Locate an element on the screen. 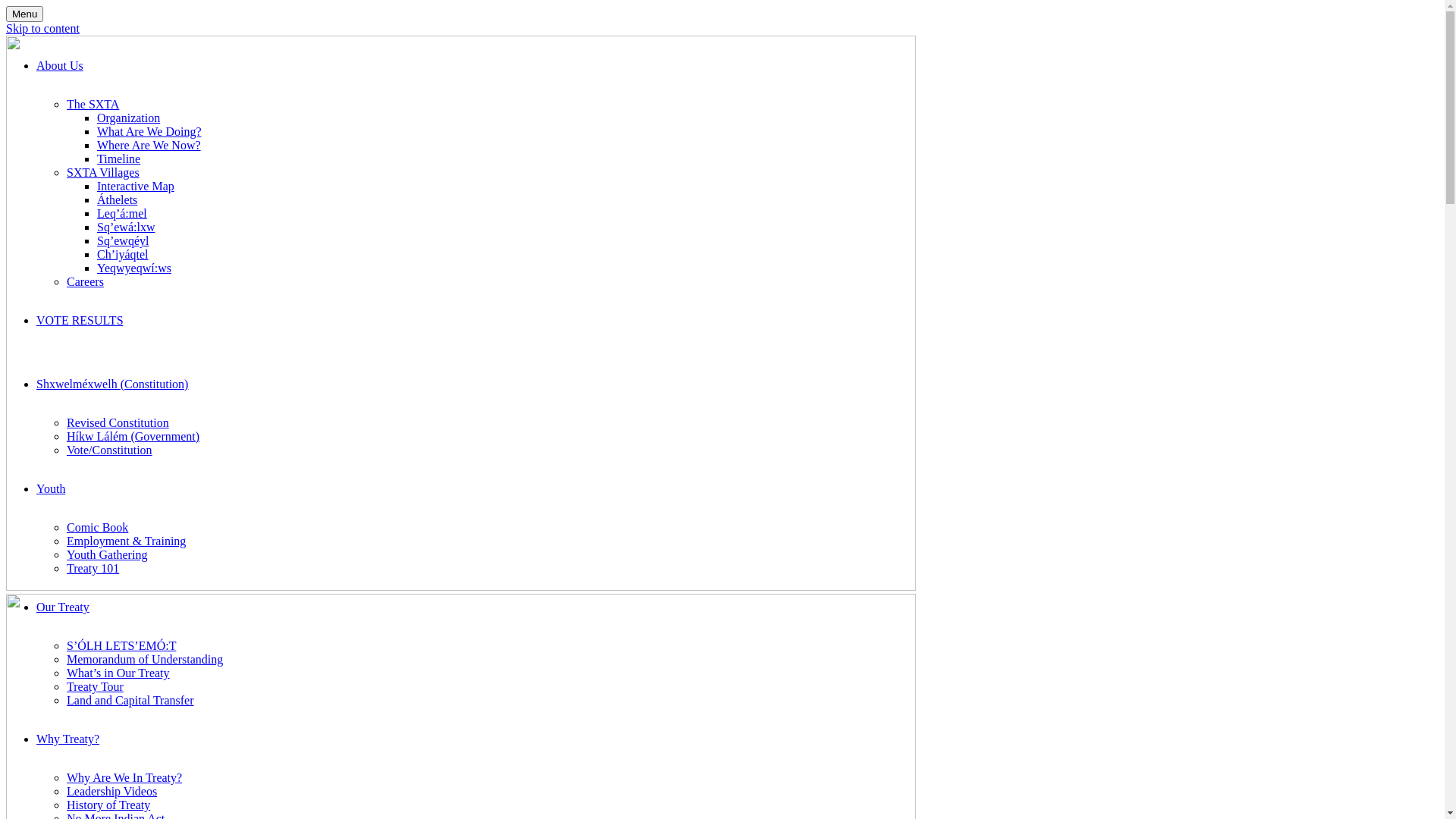 This screenshot has height=819, width=1456. 'Treaty 101' is located at coordinates (65, 568).